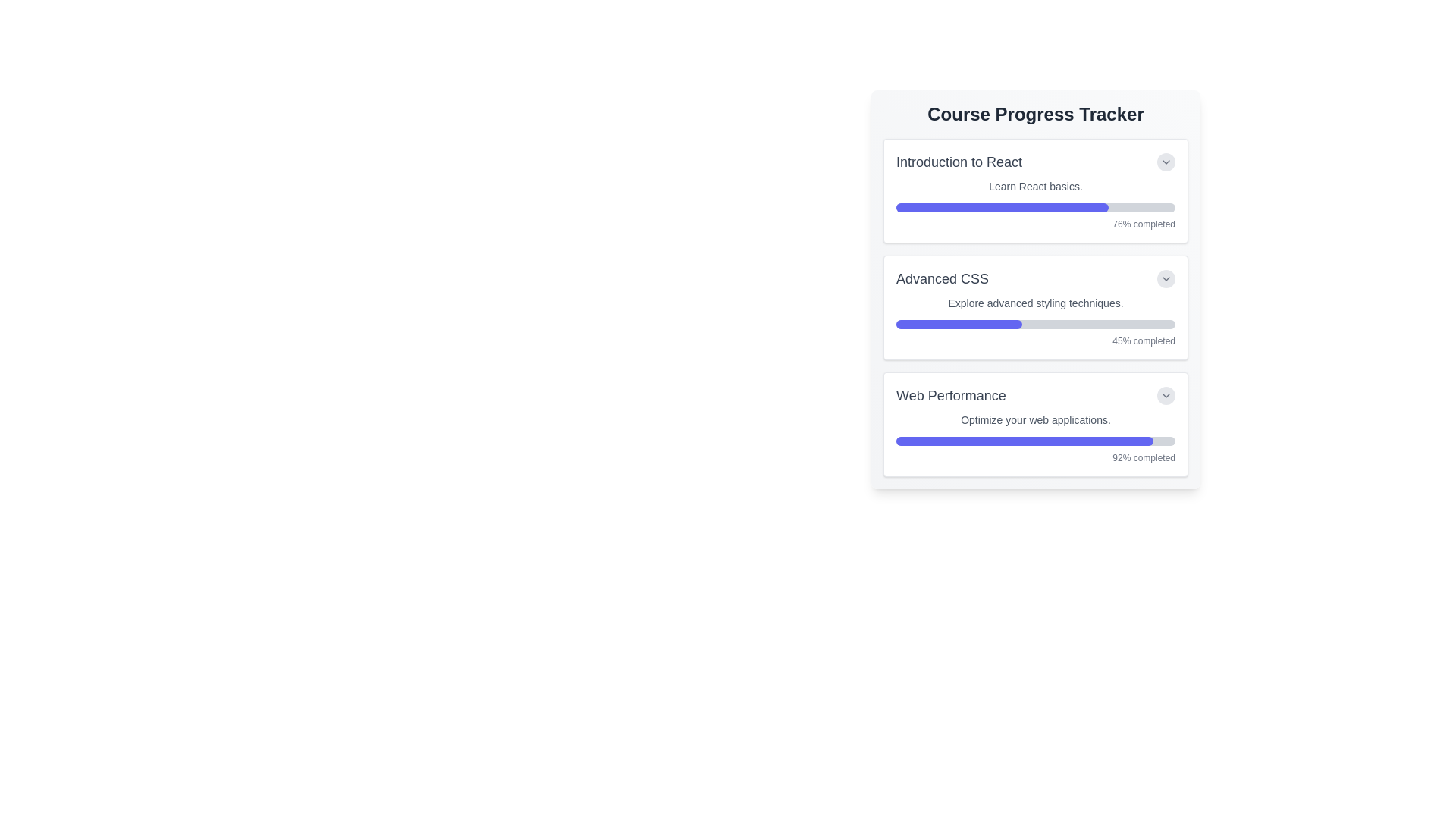  Describe the element at coordinates (942, 278) in the screenshot. I see `the 'Advanced CSS' text label, which is prominently displayed in gray within the second card of the 'Course Progress Tracker' section, located above the progress bar` at that location.